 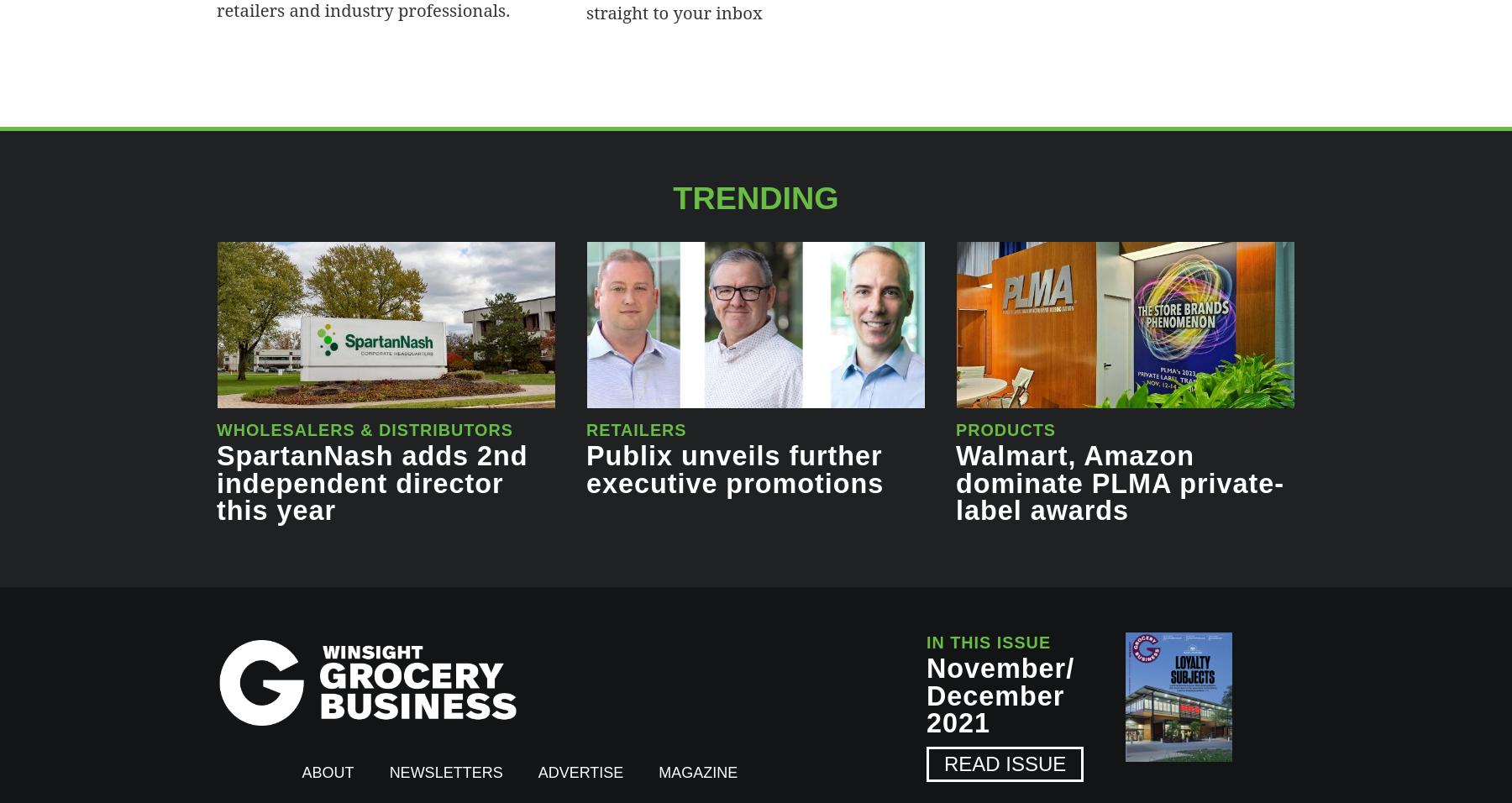 I want to click on 'Wholesalers & Distributors', so click(x=364, y=429).